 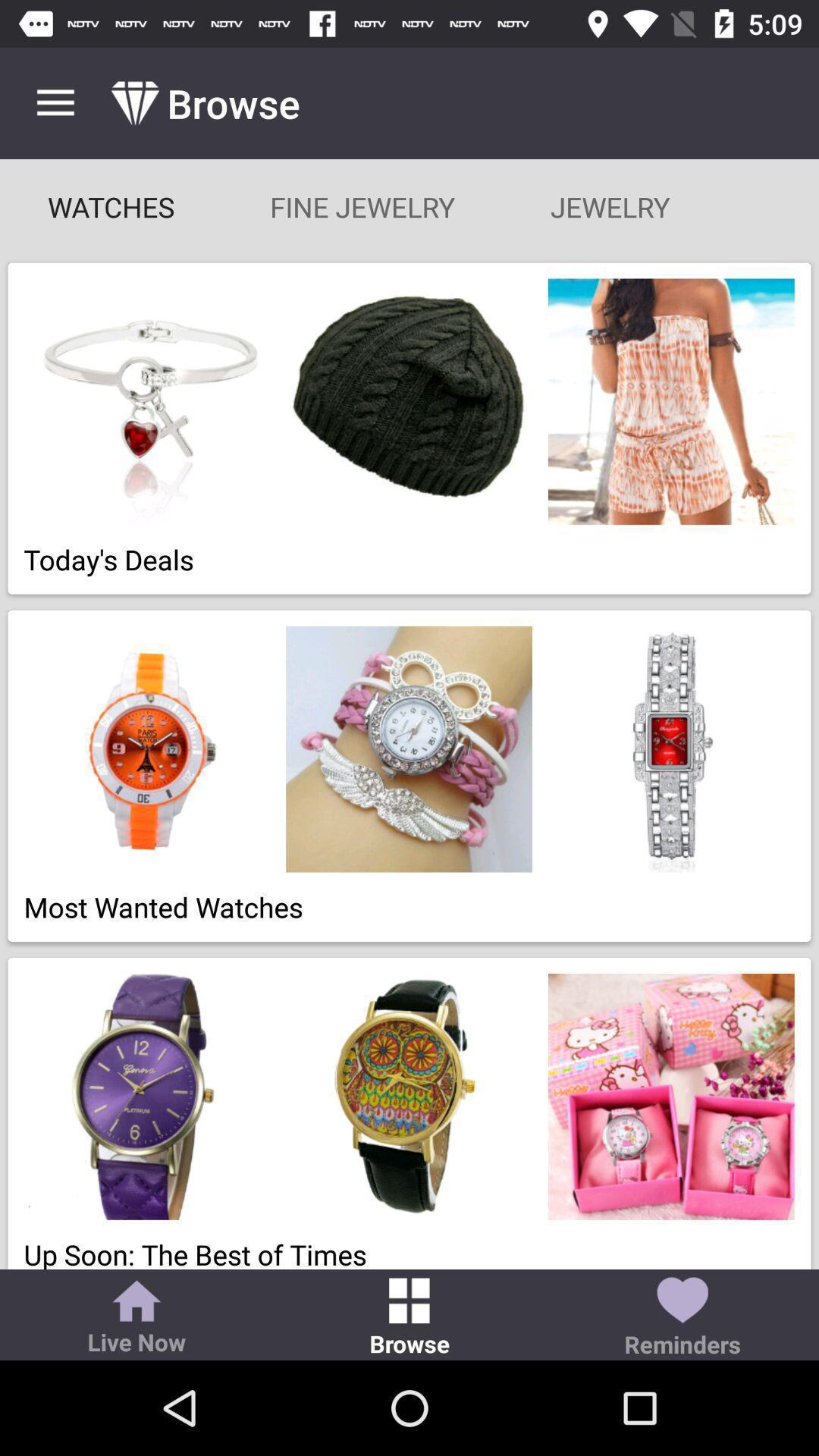 What do you see at coordinates (681, 1318) in the screenshot?
I see `icon next to browse icon` at bounding box center [681, 1318].